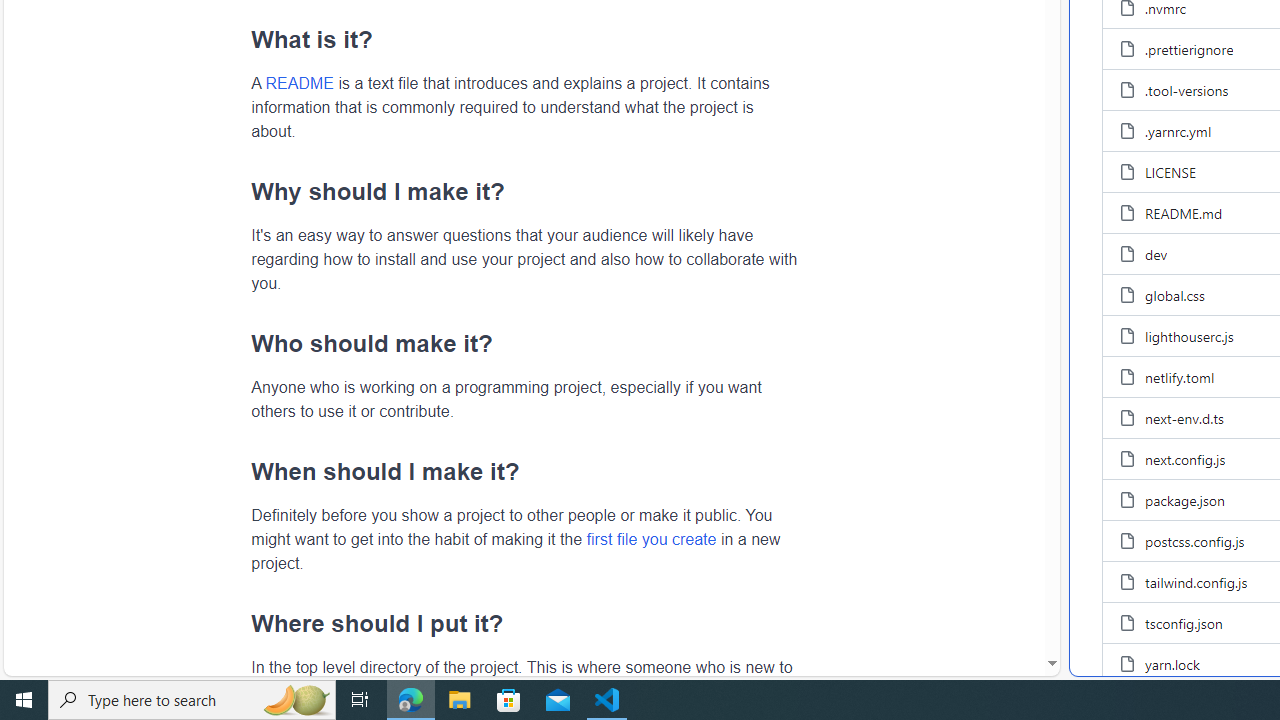 The image size is (1280, 720). Describe the element at coordinates (1187, 90) in the screenshot. I see `'.tool-versions, (File)'` at that location.